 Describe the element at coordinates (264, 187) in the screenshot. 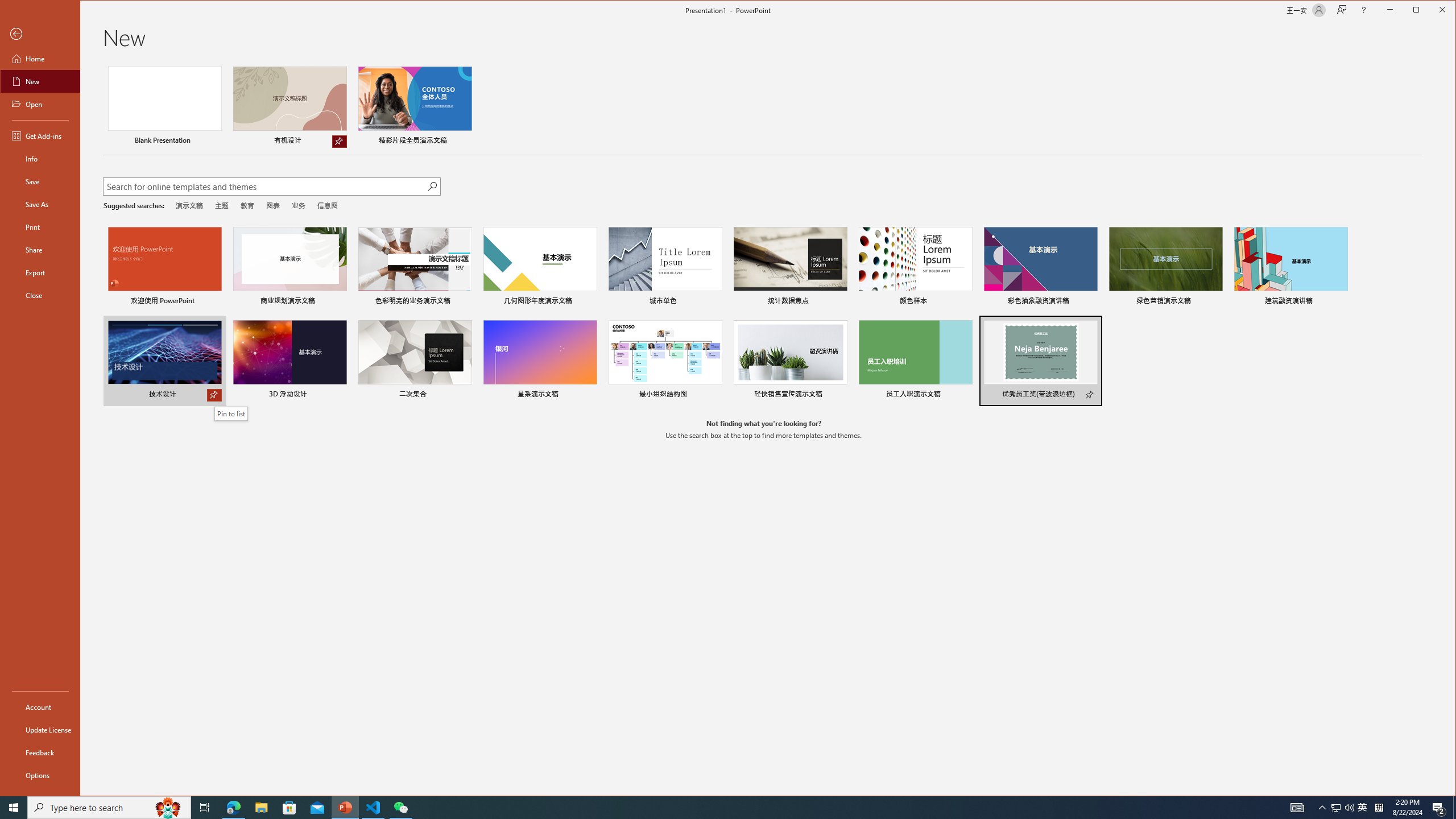

I see `'Search for online templates and themes'` at that location.